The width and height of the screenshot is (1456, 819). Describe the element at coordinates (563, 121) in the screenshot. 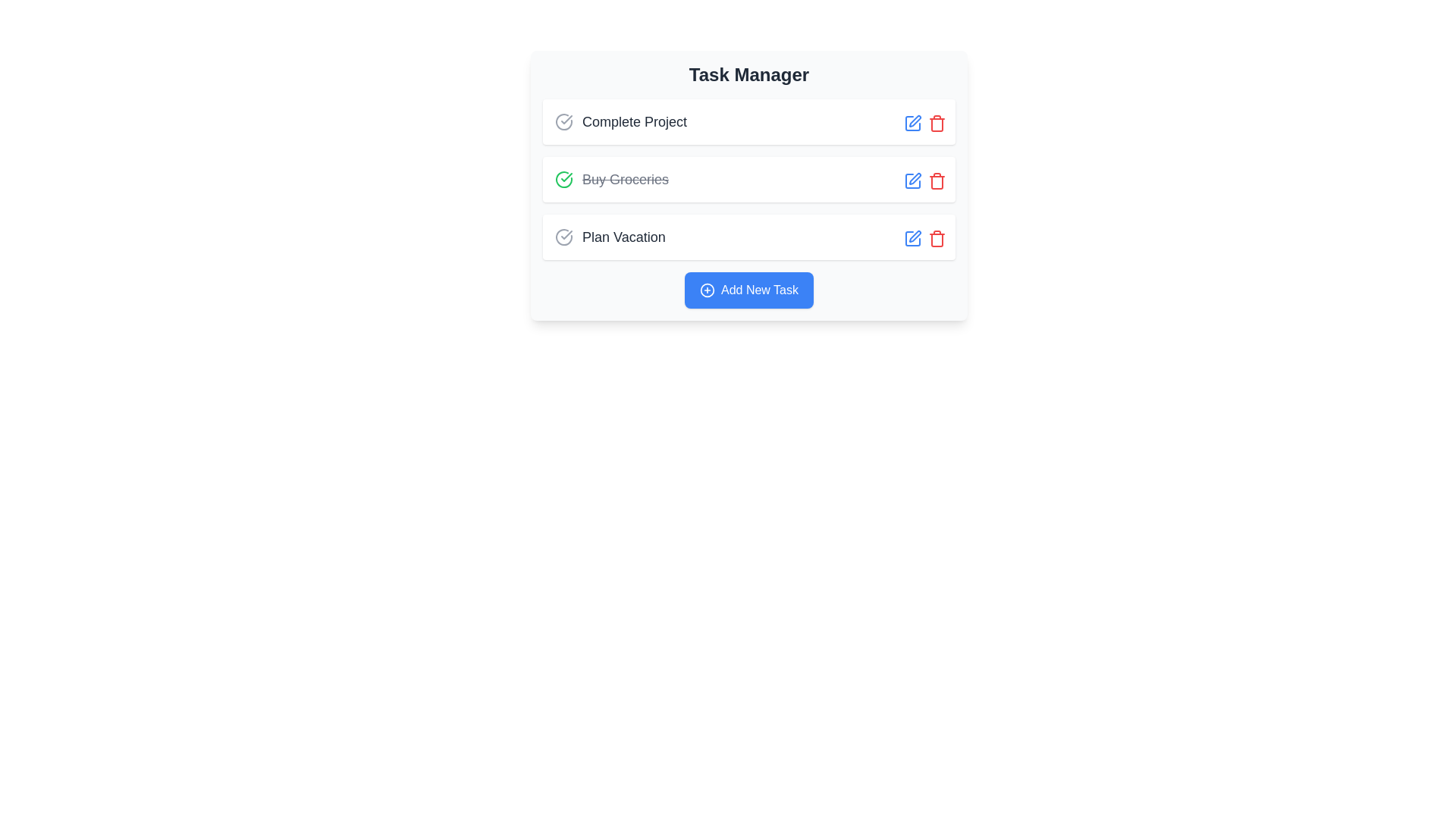

I see `the completion status icon located at the top left of the 'Complete Project' task entry` at that location.